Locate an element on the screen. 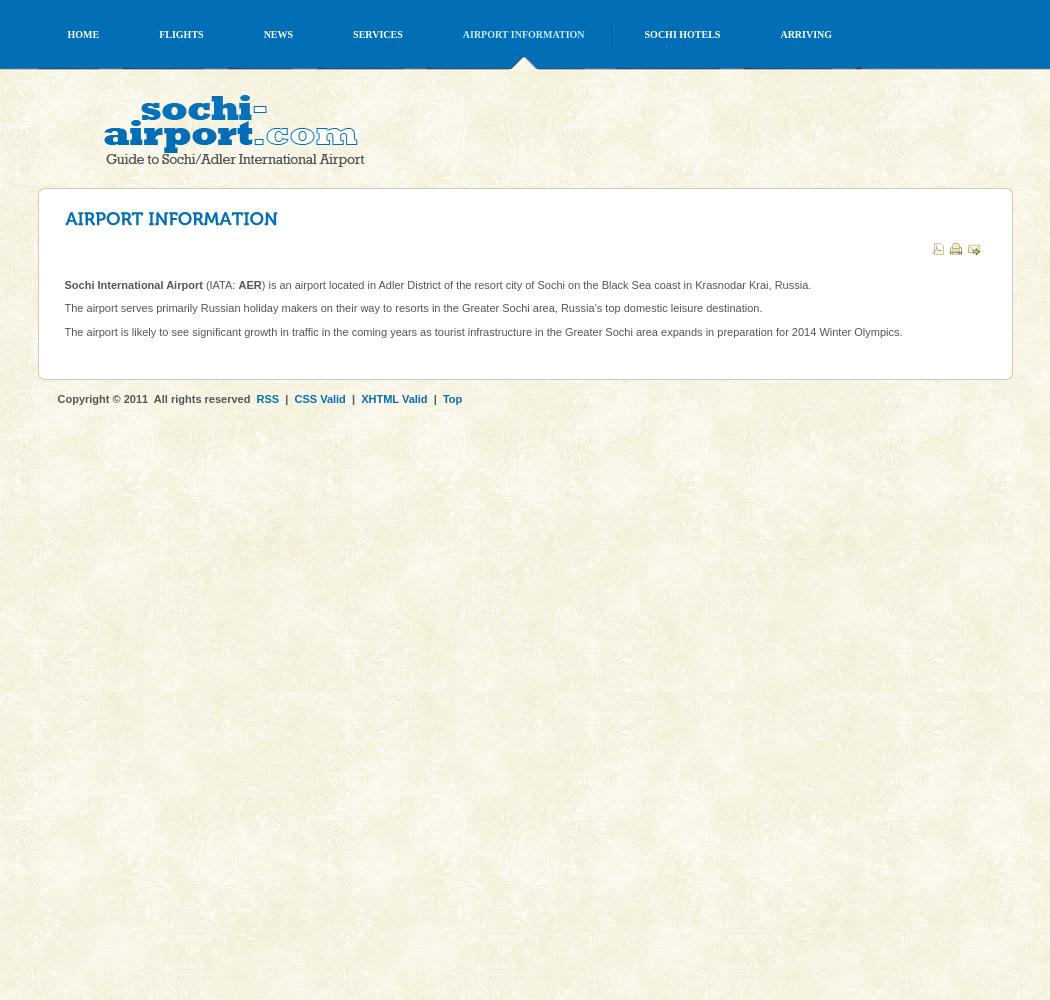 Image resolution: width=1050 pixels, height=1000 pixels. 'The airport is likely to see significant growth in traffic in the coming years as tourist infrastructure in the Greater Sochi area expands in preparation for 2014 Winter Olympics.' is located at coordinates (483, 330).